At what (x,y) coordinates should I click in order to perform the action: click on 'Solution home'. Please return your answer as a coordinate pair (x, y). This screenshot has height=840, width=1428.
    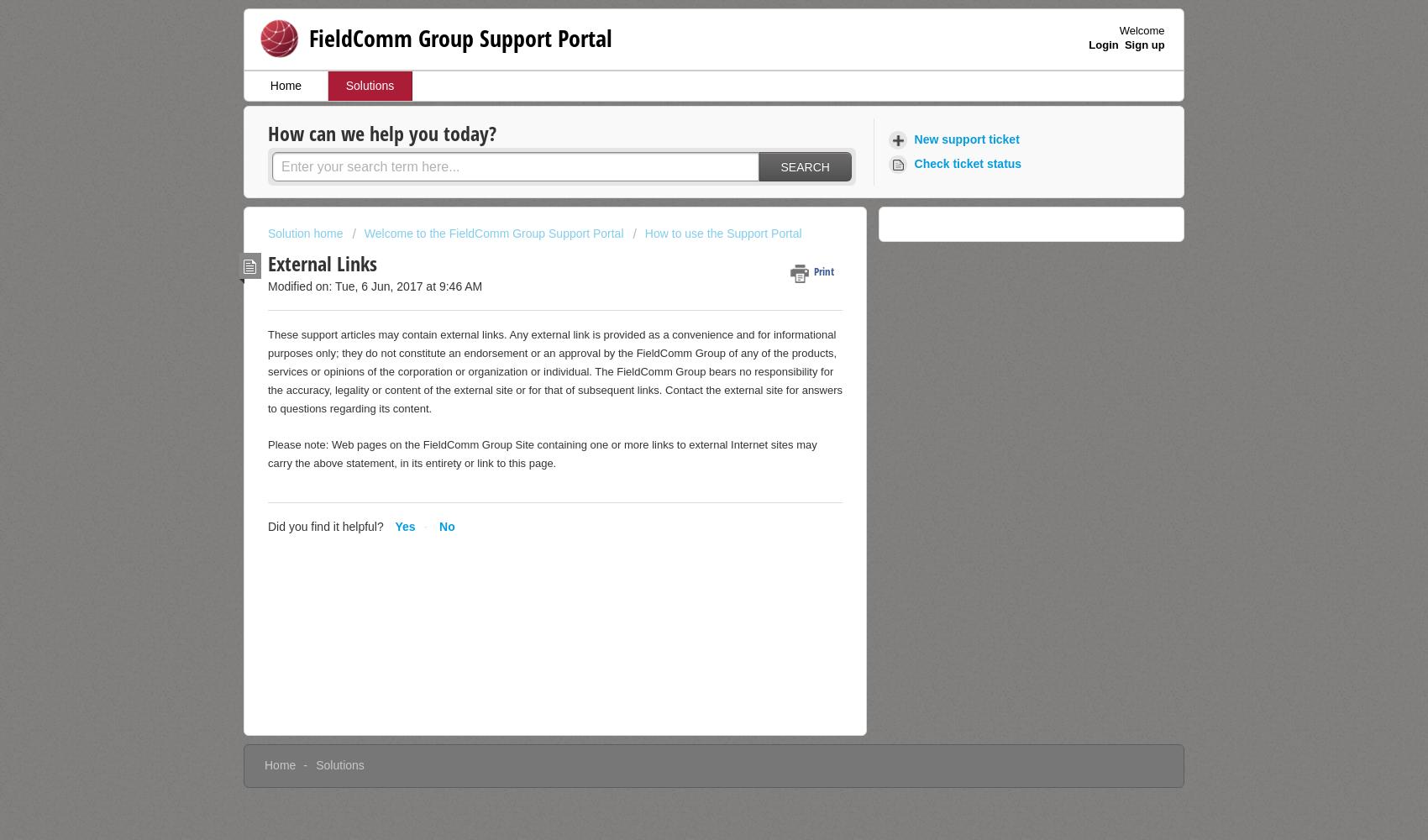
    Looking at the image, I should click on (306, 234).